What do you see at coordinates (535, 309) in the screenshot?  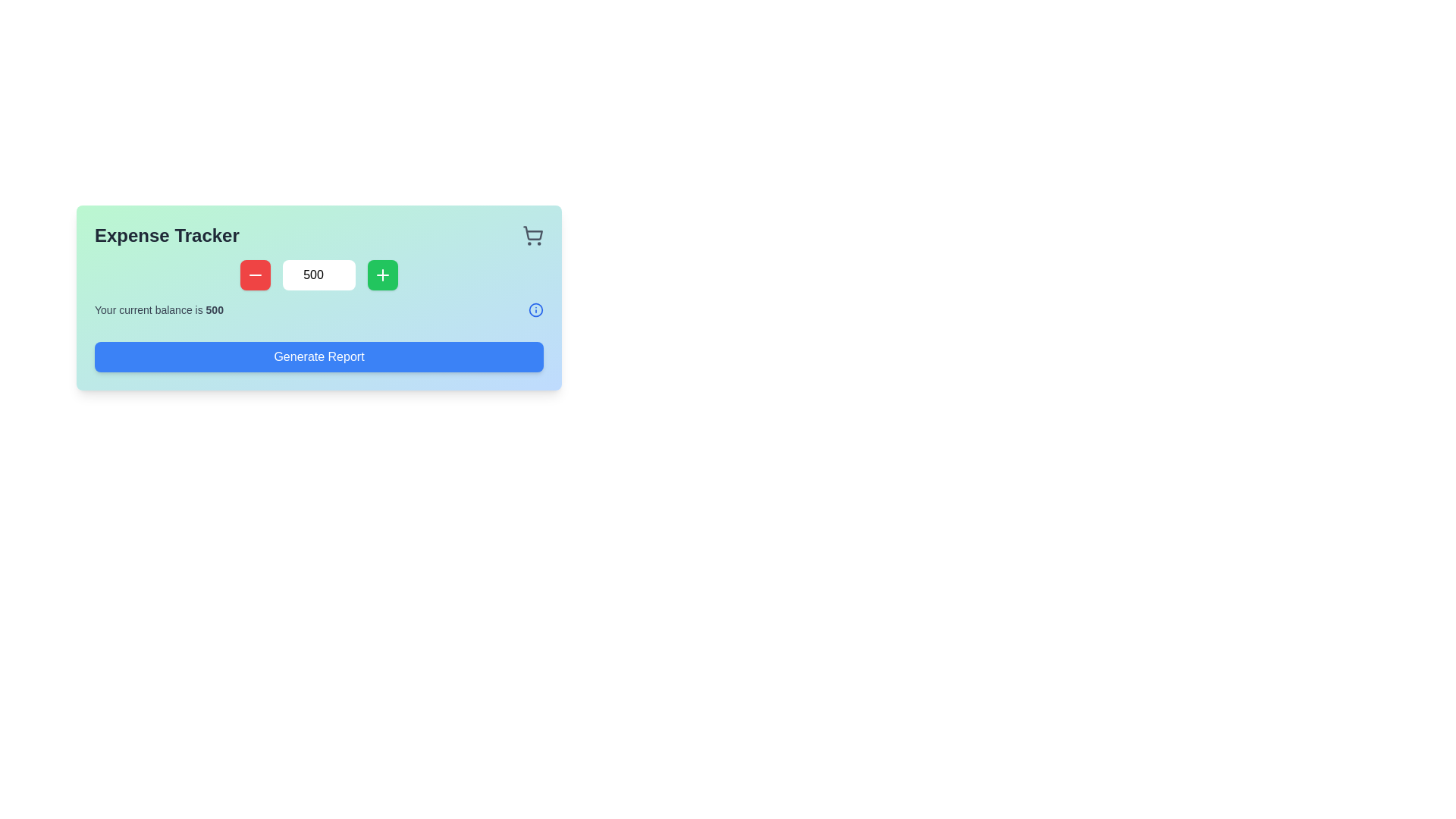 I see `the Information Icon located to the far right of the text 'Your current balance is 500'` at bounding box center [535, 309].